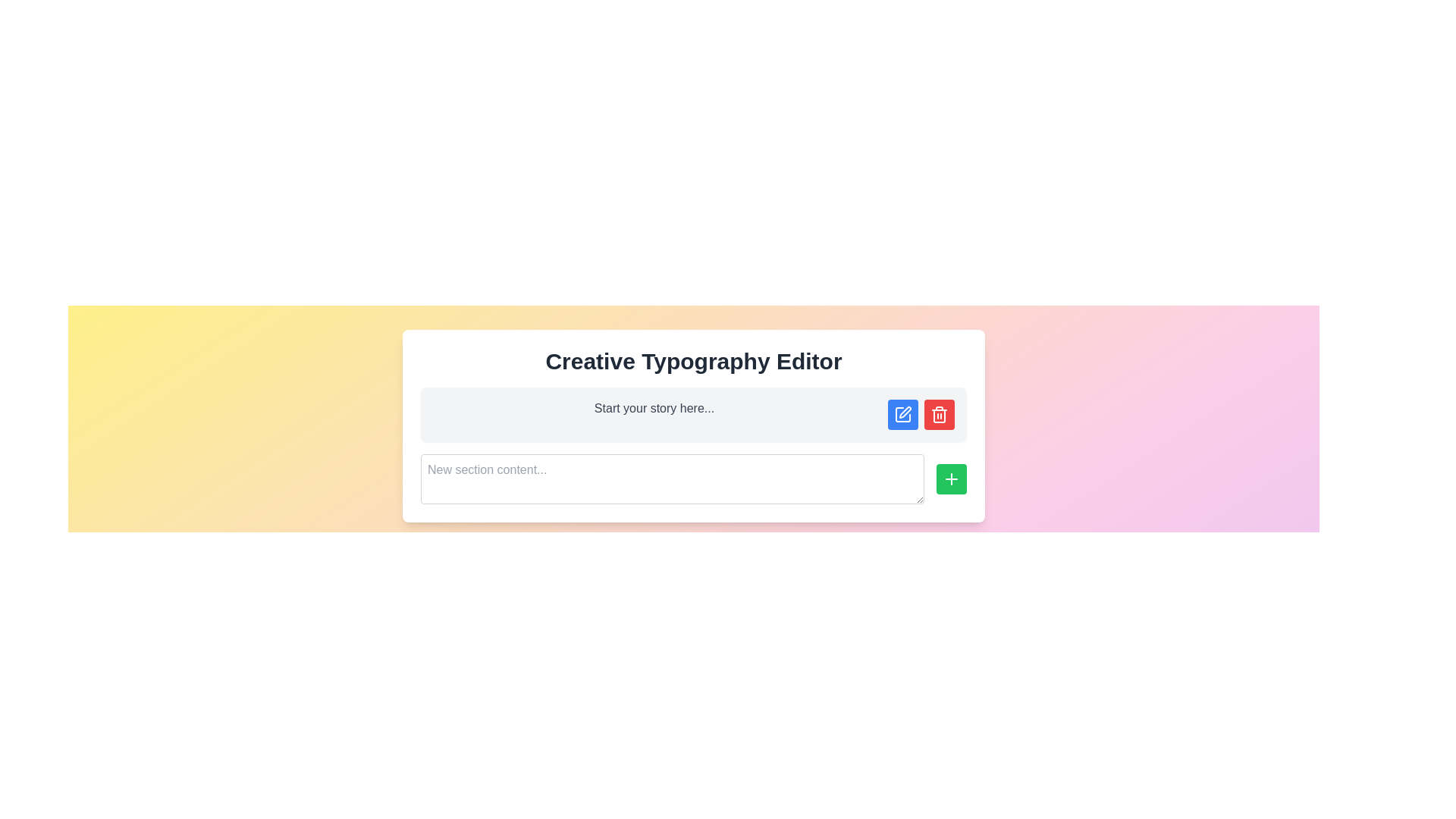 The image size is (1456, 819). What do you see at coordinates (905, 412) in the screenshot?
I see `the pen-shaped icon located within the blue button` at bounding box center [905, 412].